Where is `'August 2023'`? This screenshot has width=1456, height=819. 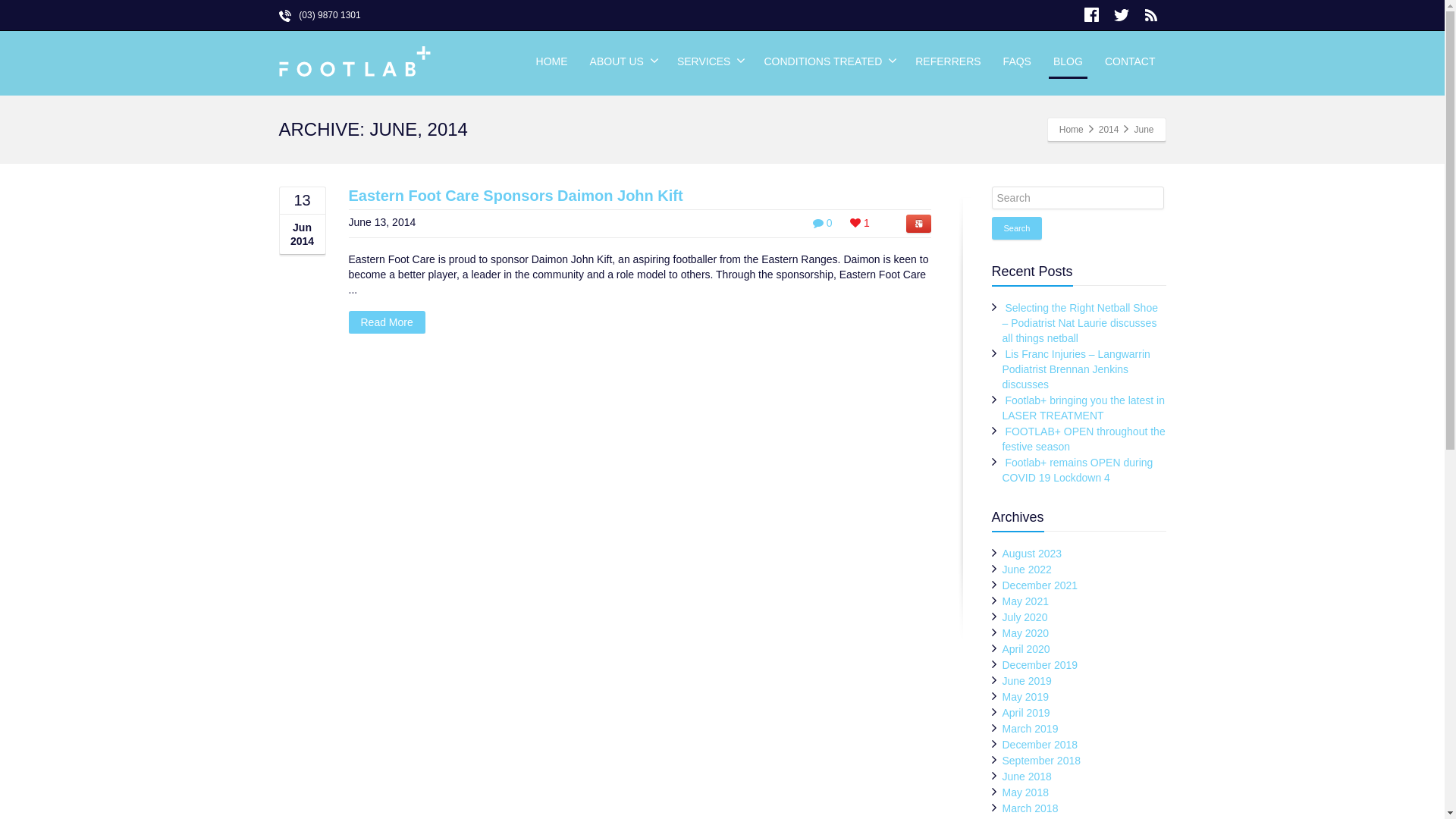 'August 2023' is located at coordinates (1002, 553).